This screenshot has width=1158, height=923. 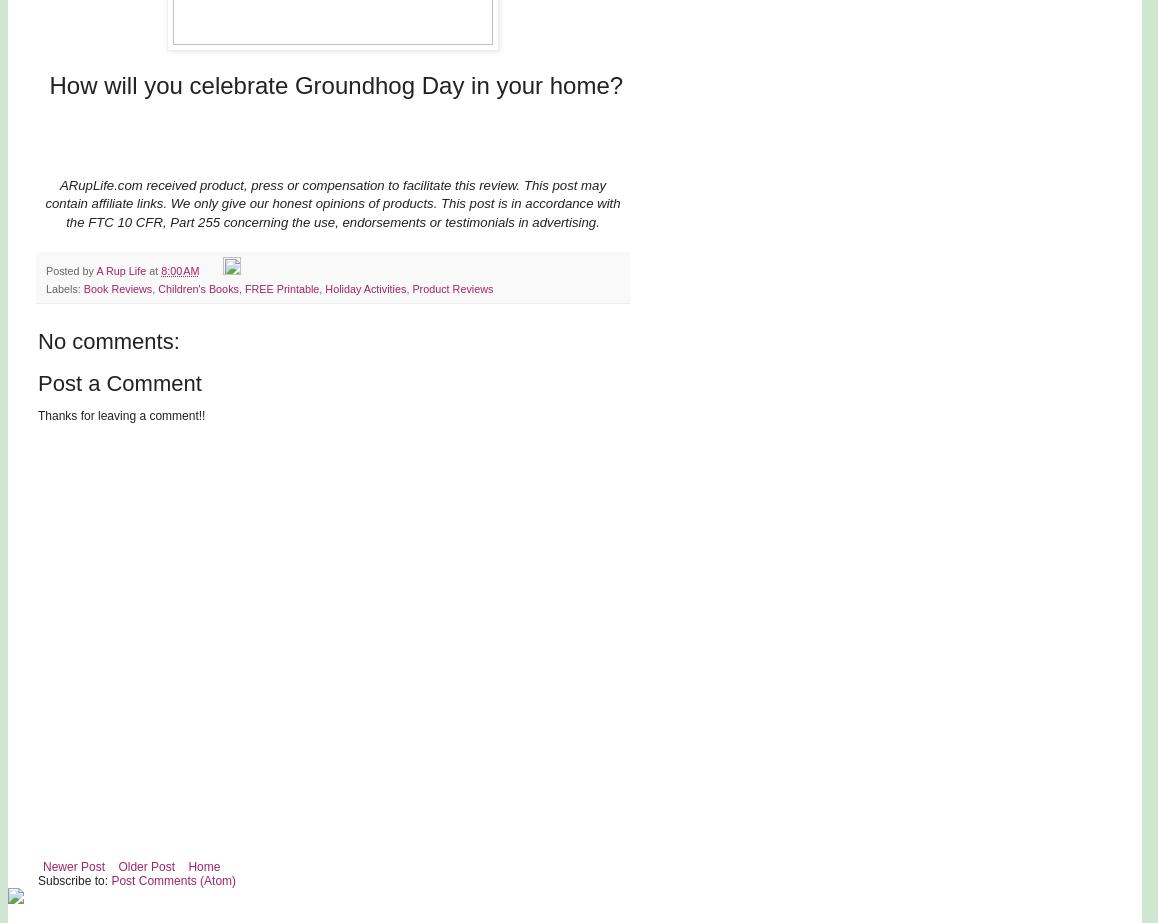 I want to click on 'FREE Printable', so click(x=242, y=287).